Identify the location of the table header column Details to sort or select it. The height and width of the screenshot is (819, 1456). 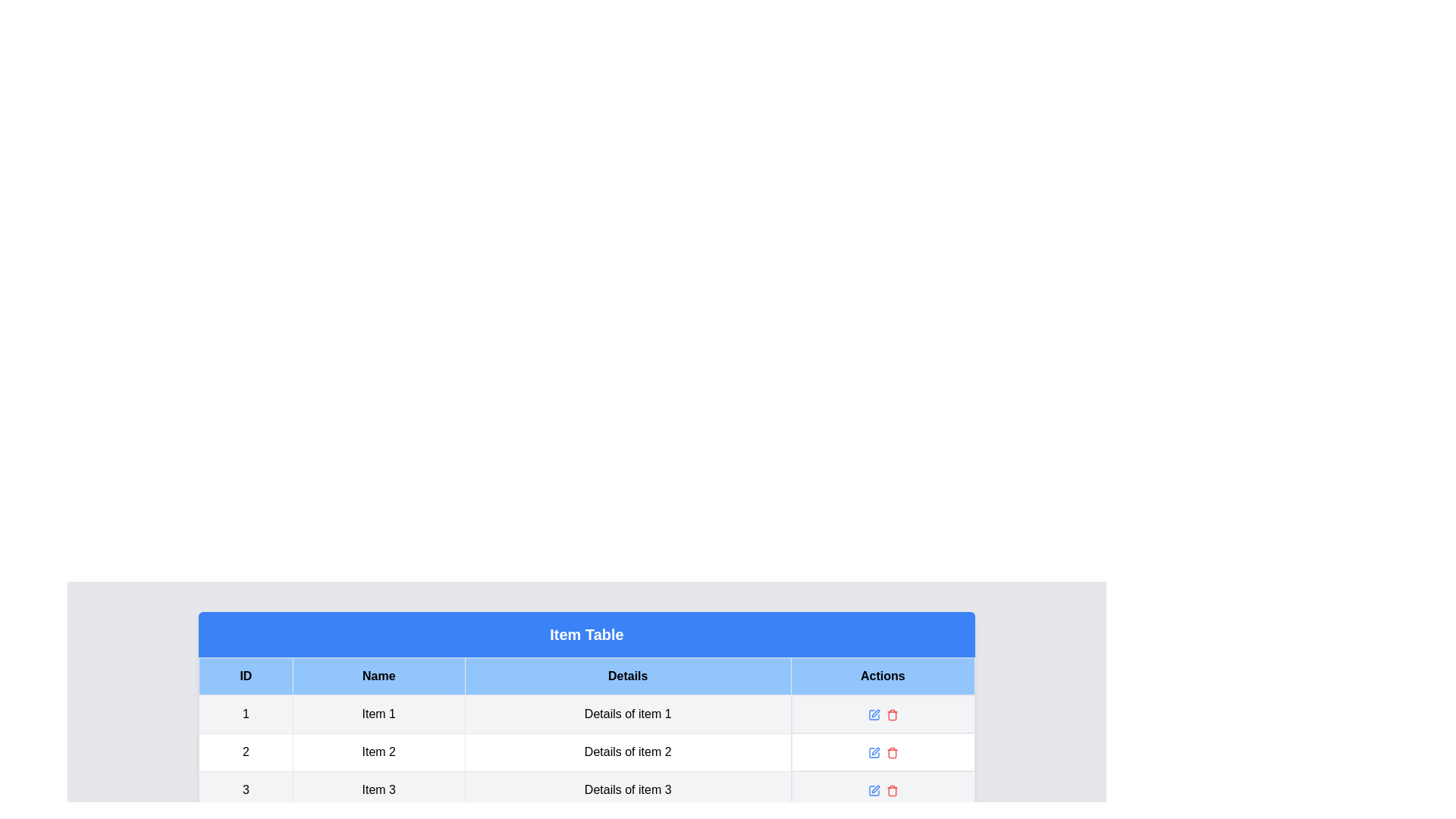
(628, 675).